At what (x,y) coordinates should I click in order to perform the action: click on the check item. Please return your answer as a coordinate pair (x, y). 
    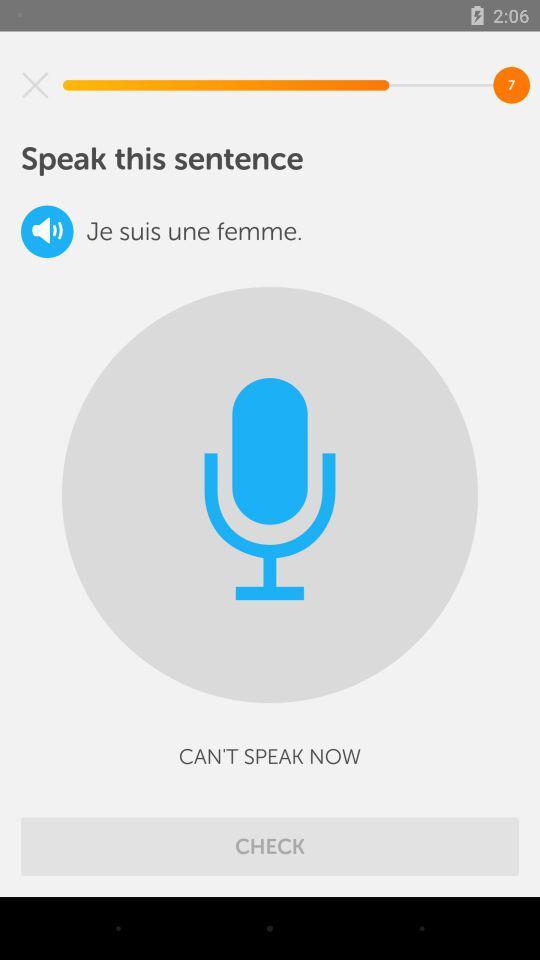
    Looking at the image, I should click on (270, 845).